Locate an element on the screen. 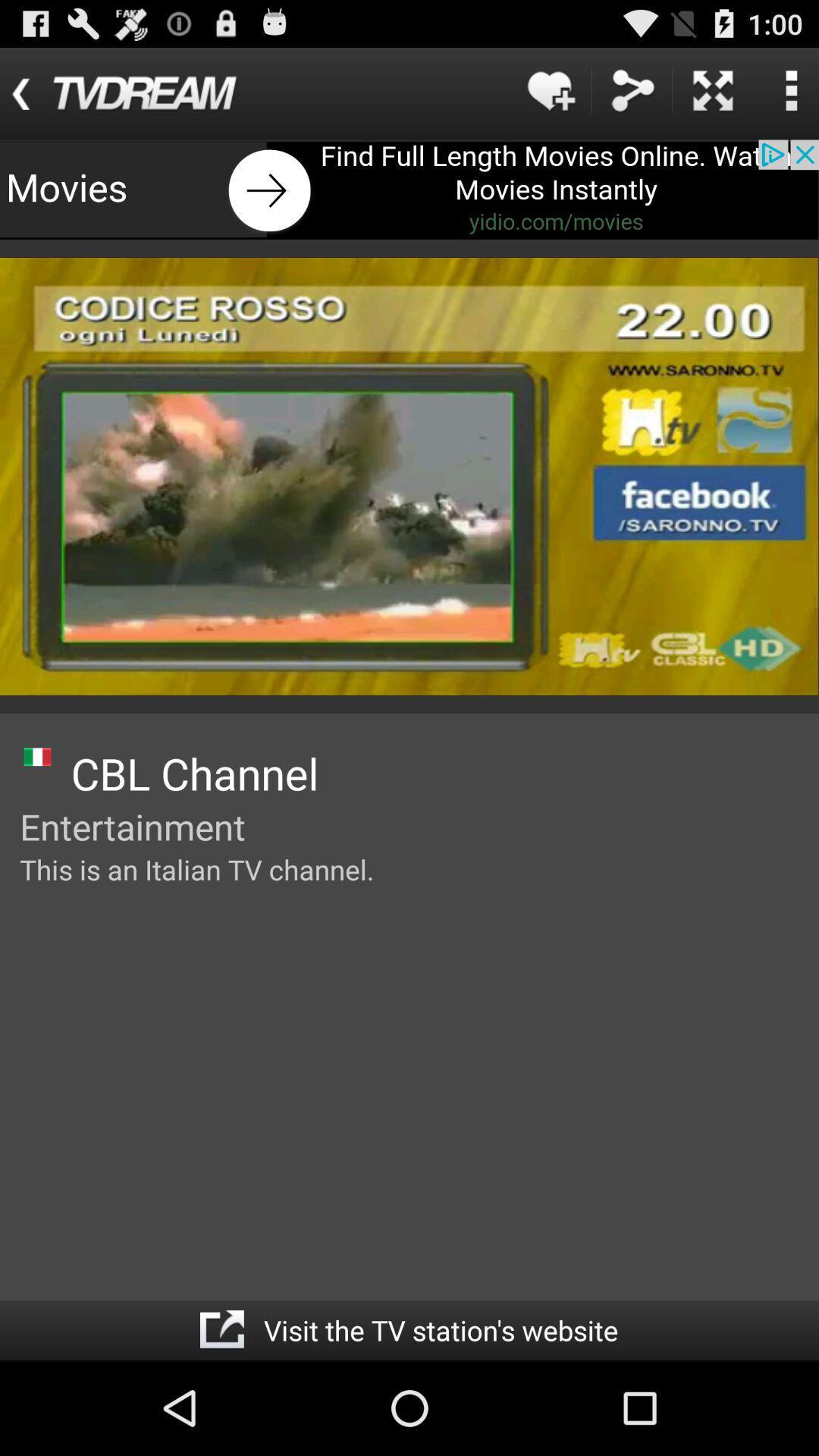 Image resolution: width=819 pixels, height=1456 pixels. share is located at coordinates (632, 89).